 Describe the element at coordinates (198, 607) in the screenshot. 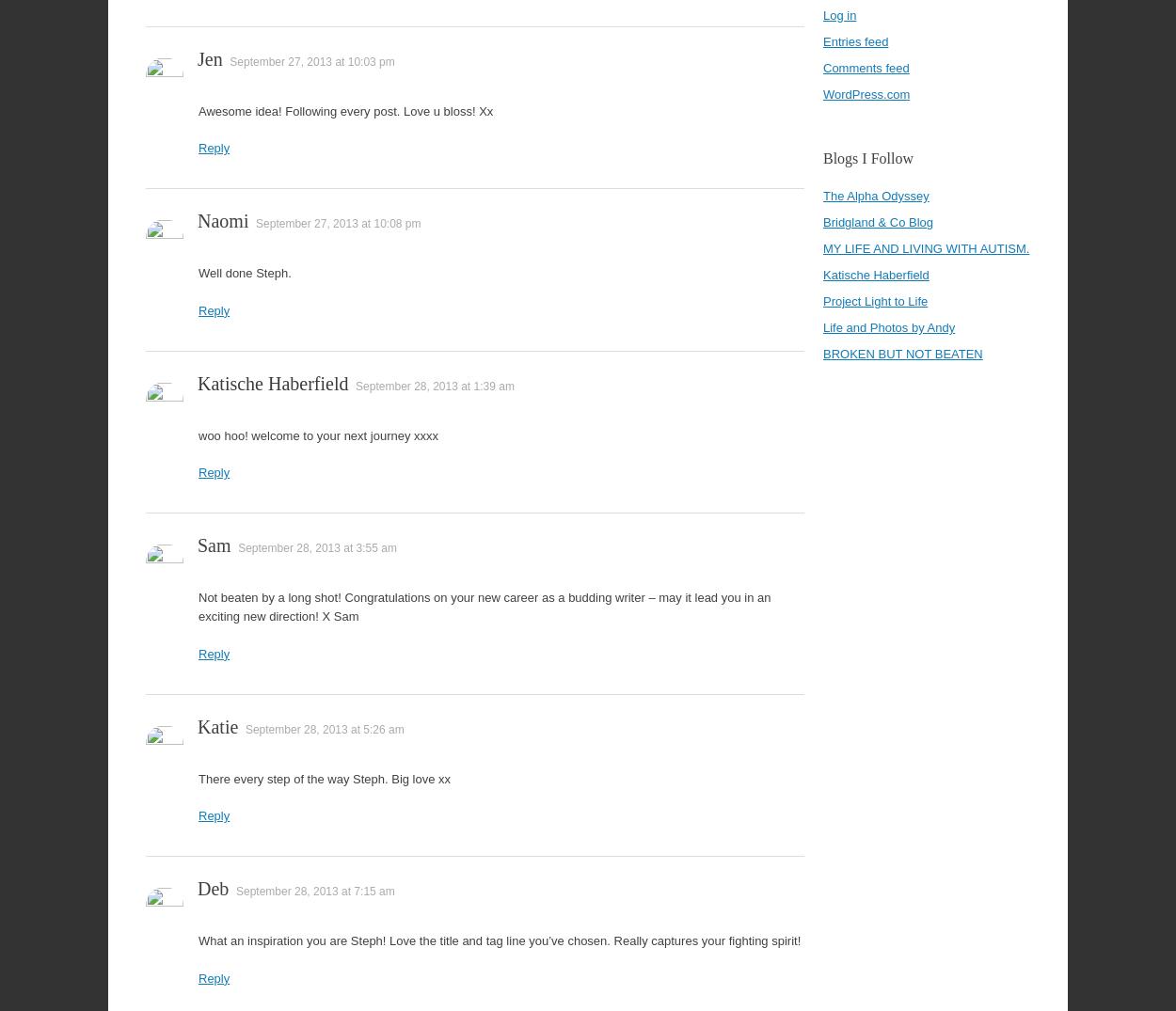

I see `'Not beaten by a long shot!  Congratulations on your new career as a budding writer – may it lead you in an exciting new direction! X Sam'` at that location.